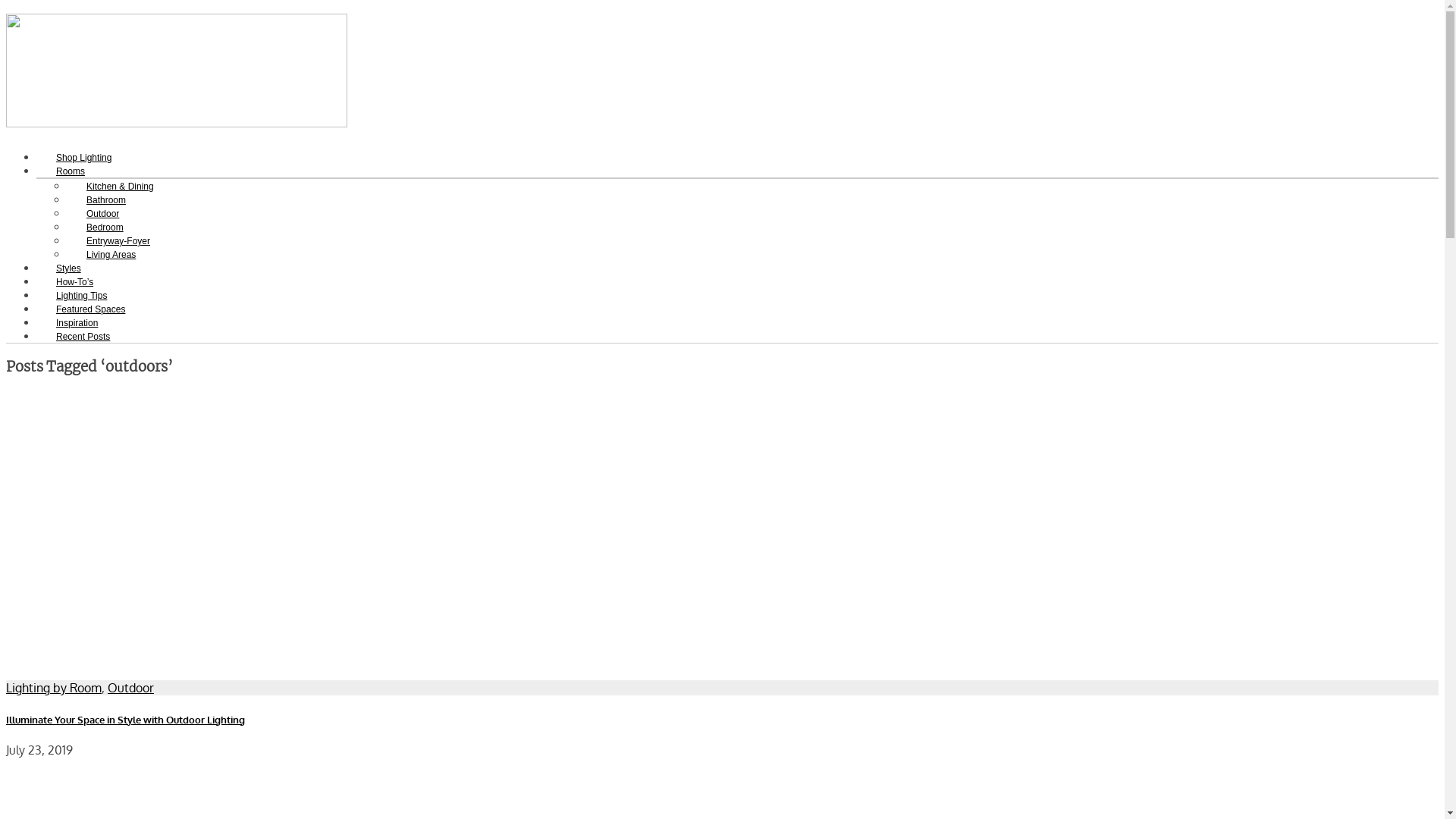 This screenshot has height=819, width=1456. I want to click on 'Outdoor', so click(102, 213).